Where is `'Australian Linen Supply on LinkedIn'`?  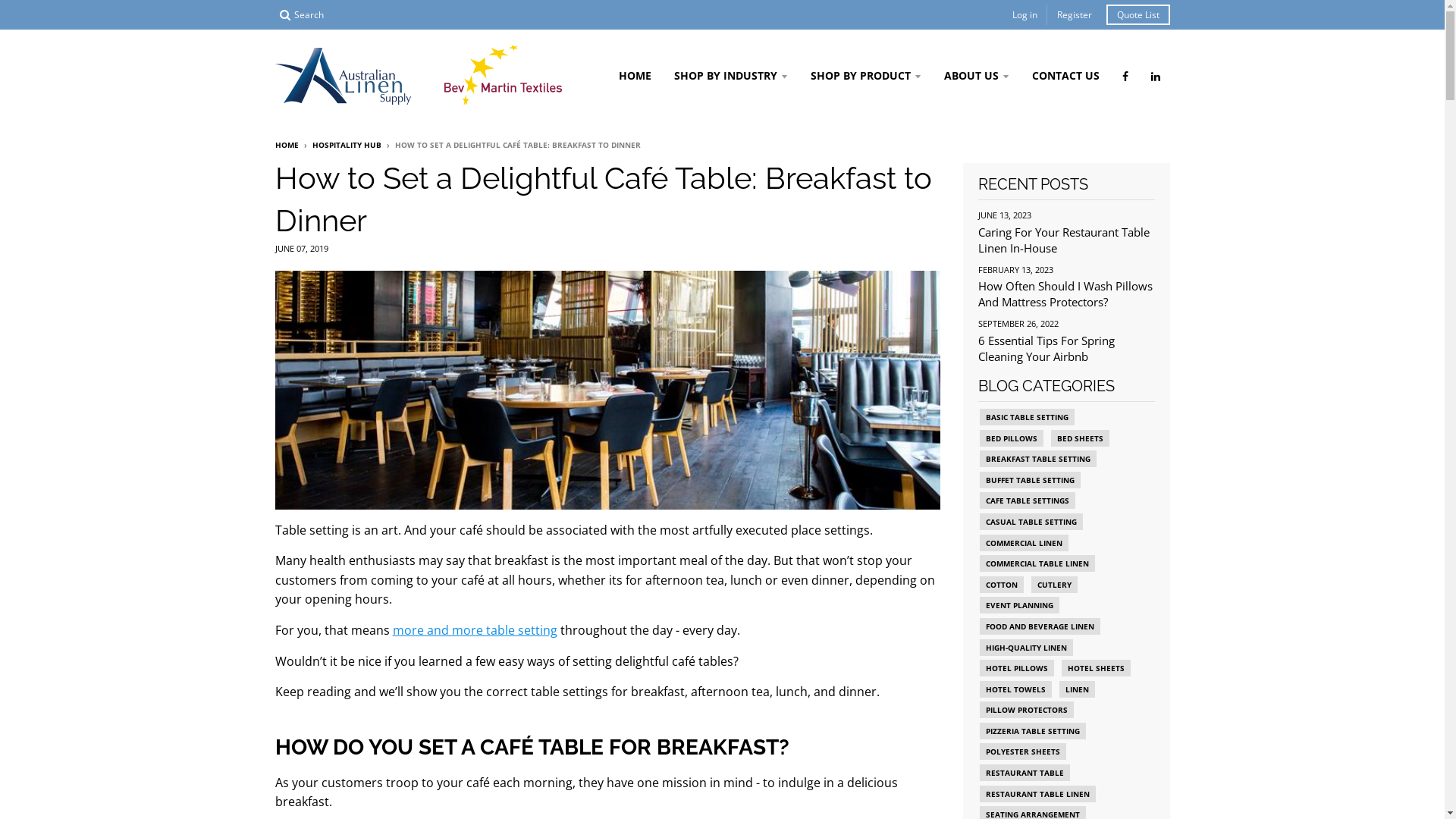 'Australian Linen Supply on LinkedIn' is located at coordinates (1153, 76).